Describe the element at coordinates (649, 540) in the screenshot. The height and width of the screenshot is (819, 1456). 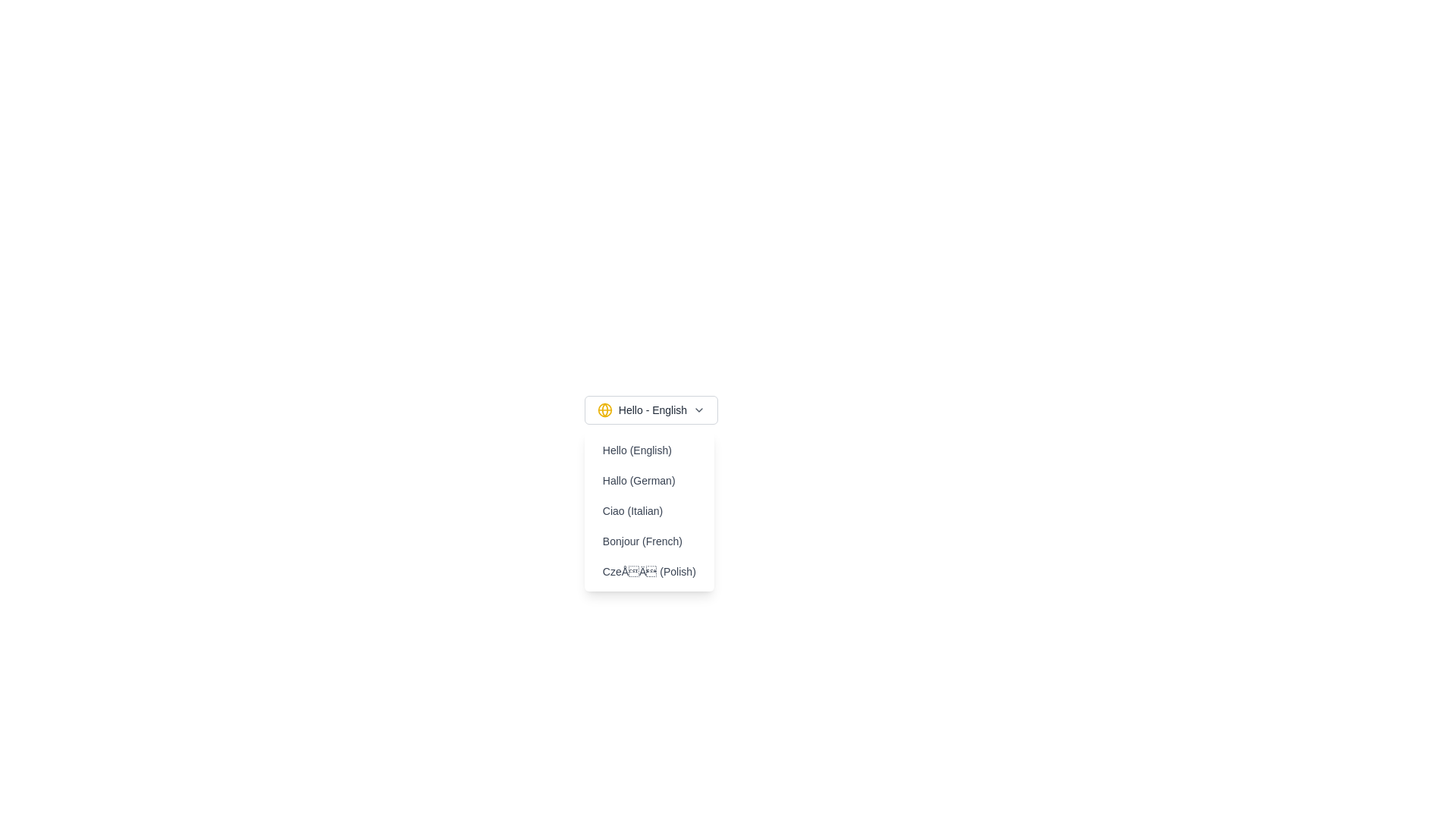
I see `the dropdown menu option labeled 'Bonjour (French)'` at that location.